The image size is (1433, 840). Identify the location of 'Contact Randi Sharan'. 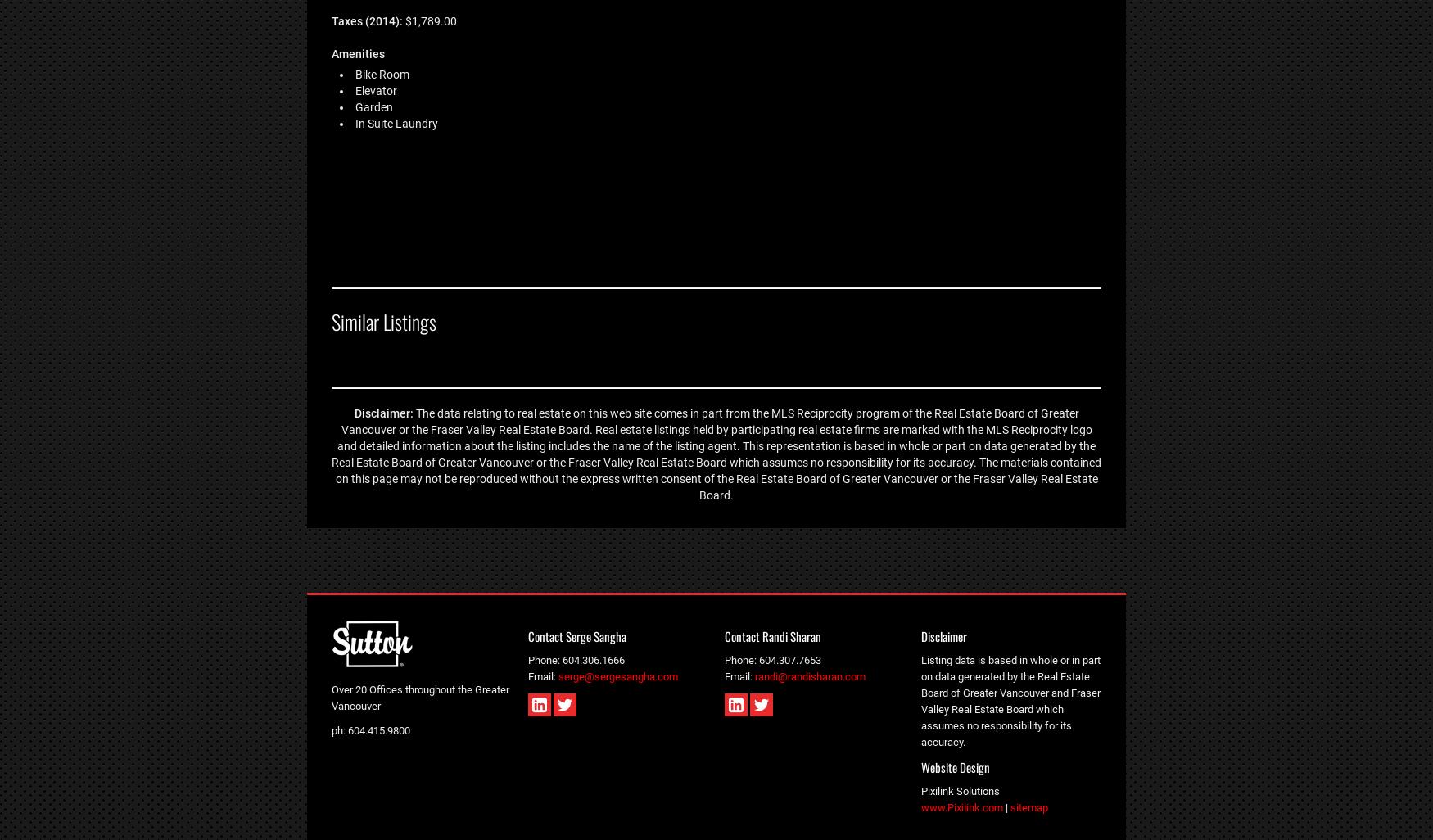
(772, 635).